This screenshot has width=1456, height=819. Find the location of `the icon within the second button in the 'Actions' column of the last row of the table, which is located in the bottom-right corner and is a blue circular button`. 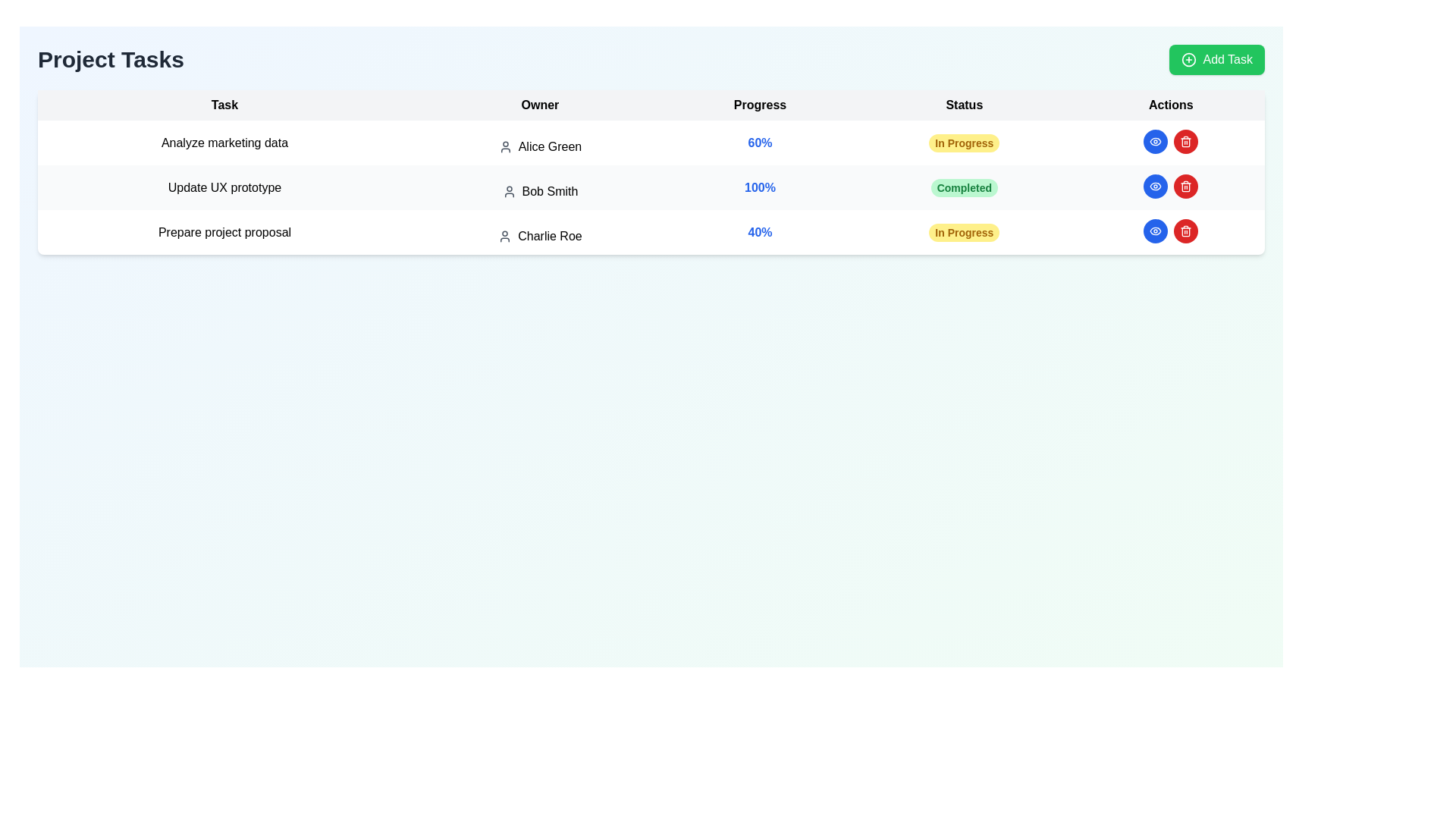

the icon within the second button in the 'Actions' column of the last row of the table, which is located in the bottom-right corner and is a blue circular button is located at coordinates (1155, 141).